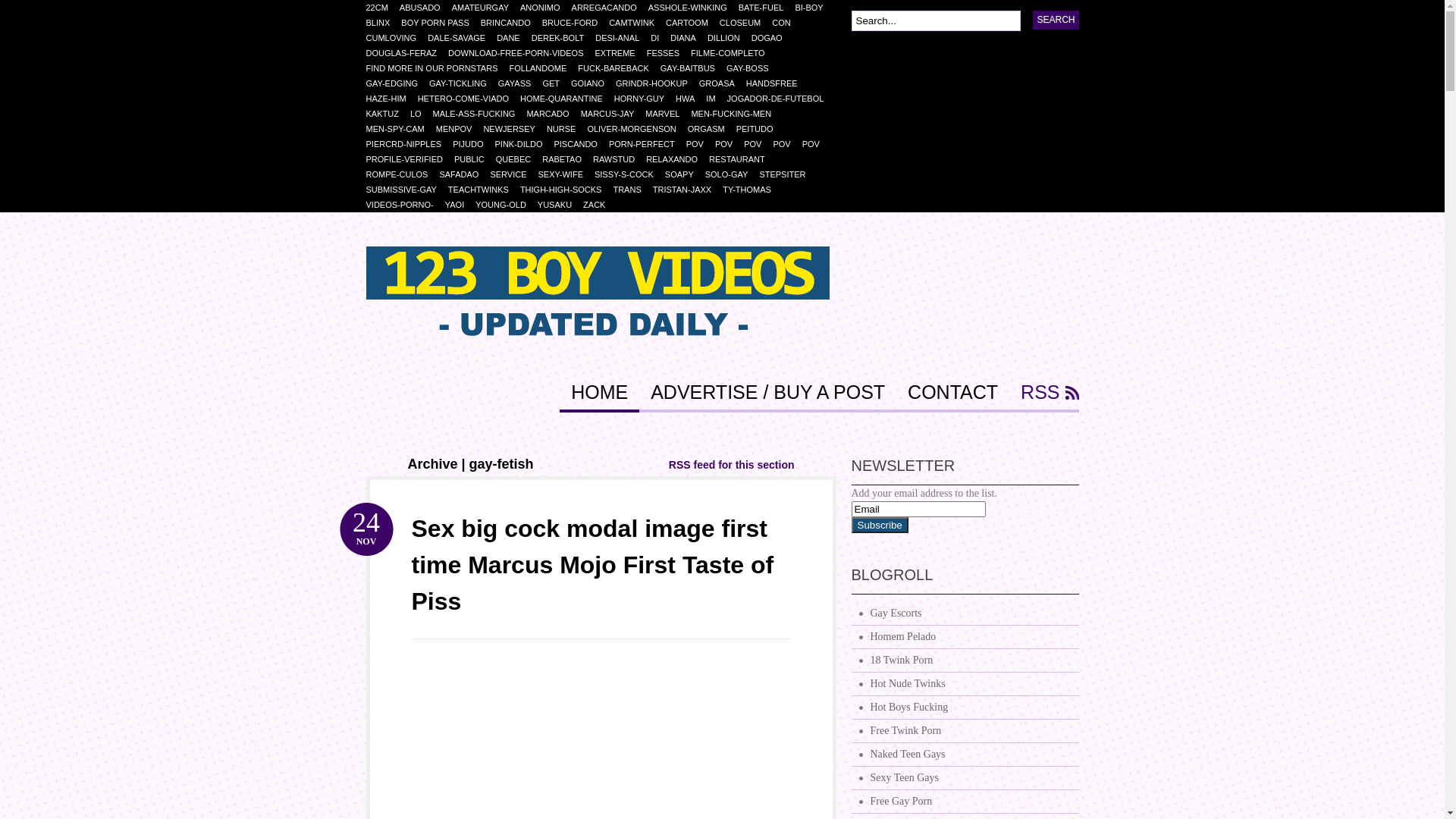  I want to click on 'BOY PORN PASS', so click(439, 23).